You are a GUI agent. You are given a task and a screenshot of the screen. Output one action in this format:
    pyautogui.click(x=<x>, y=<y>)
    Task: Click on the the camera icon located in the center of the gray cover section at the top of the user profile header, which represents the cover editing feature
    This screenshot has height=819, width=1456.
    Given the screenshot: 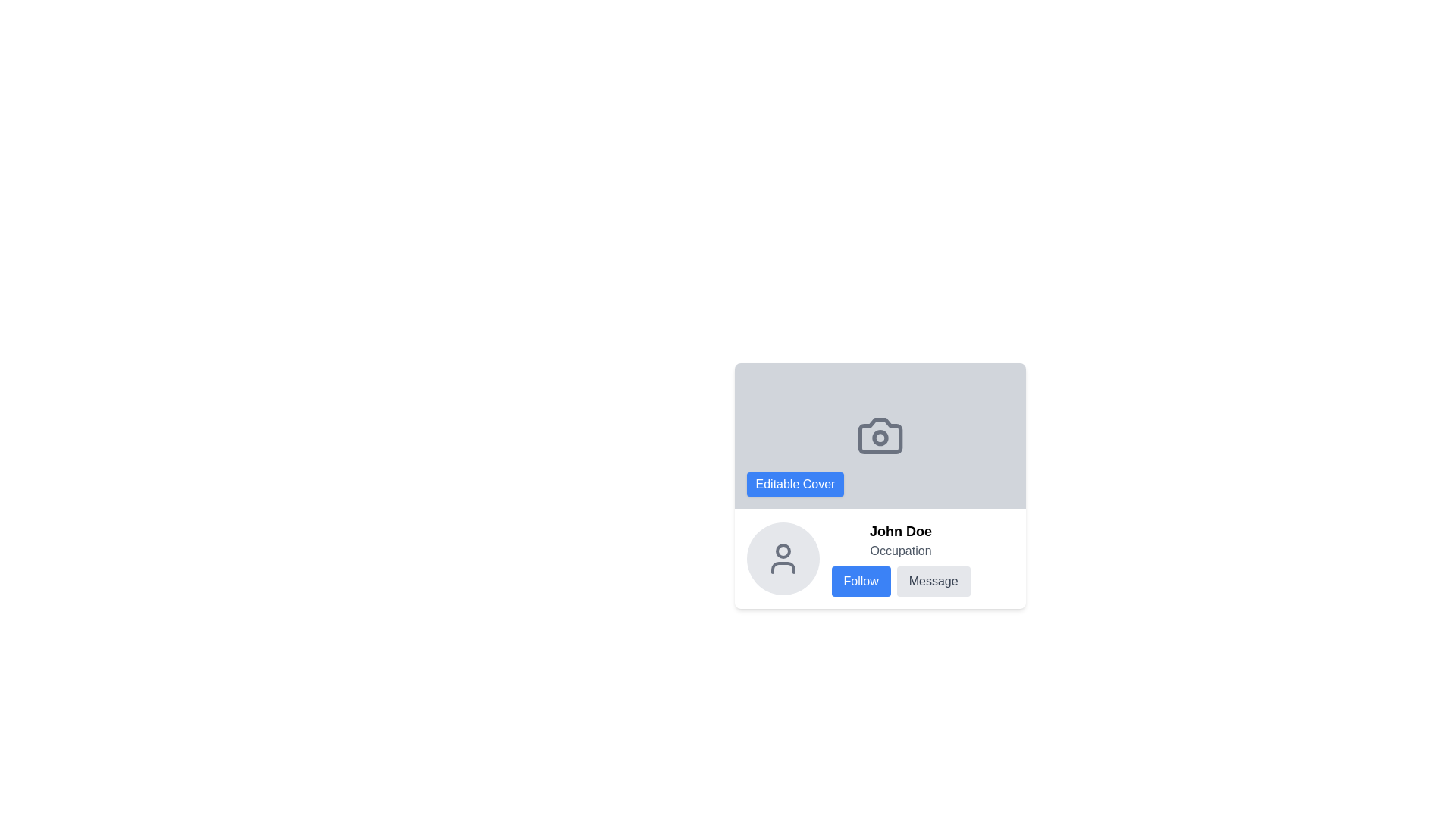 What is the action you would take?
    pyautogui.click(x=880, y=435)
    